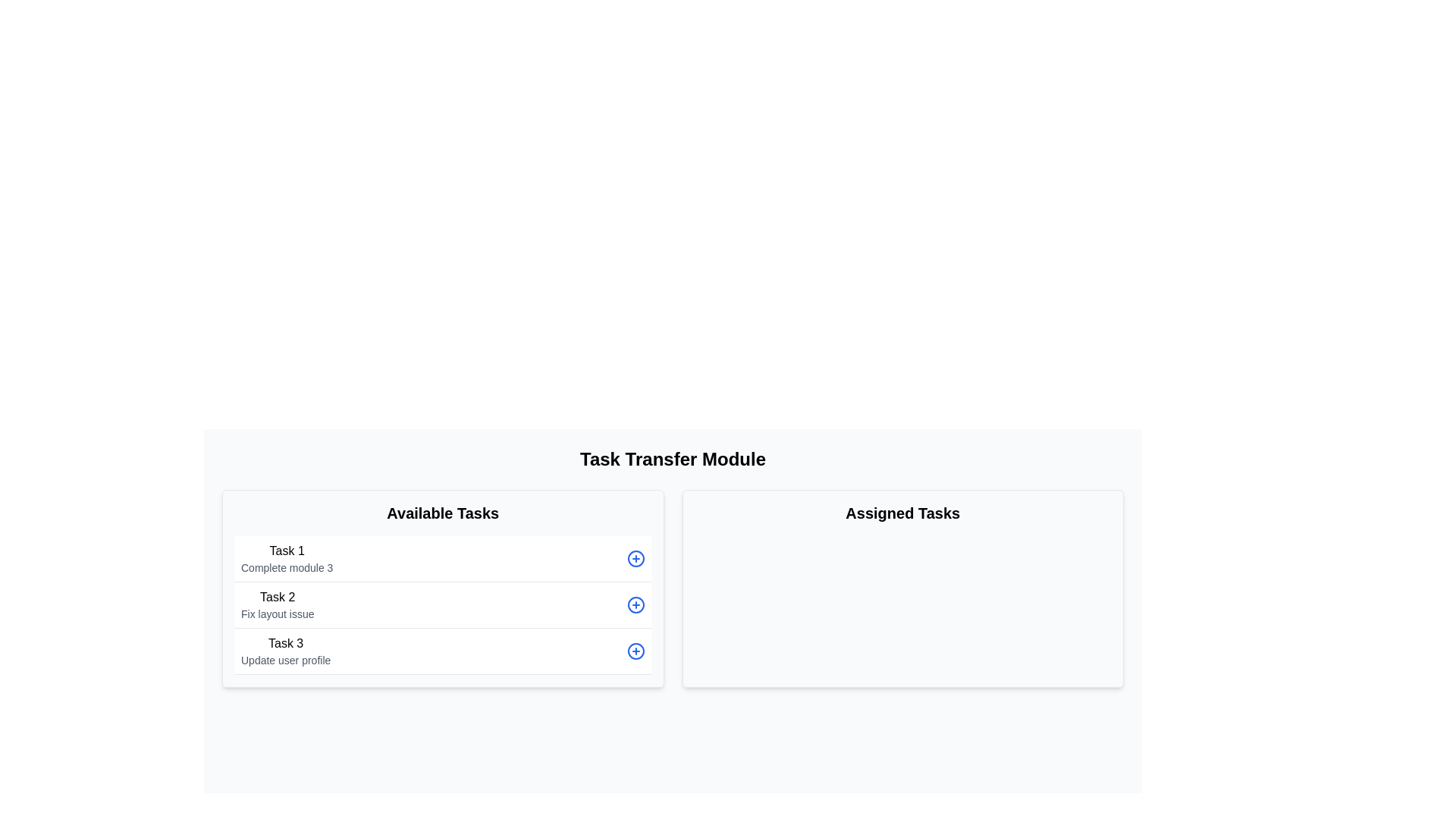 Image resolution: width=1456 pixels, height=819 pixels. I want to click on the Label element displaying 'Fix layout issue' which is positioned under 'Task 2' in the 'Available Tasks' section, so click(278, 614).